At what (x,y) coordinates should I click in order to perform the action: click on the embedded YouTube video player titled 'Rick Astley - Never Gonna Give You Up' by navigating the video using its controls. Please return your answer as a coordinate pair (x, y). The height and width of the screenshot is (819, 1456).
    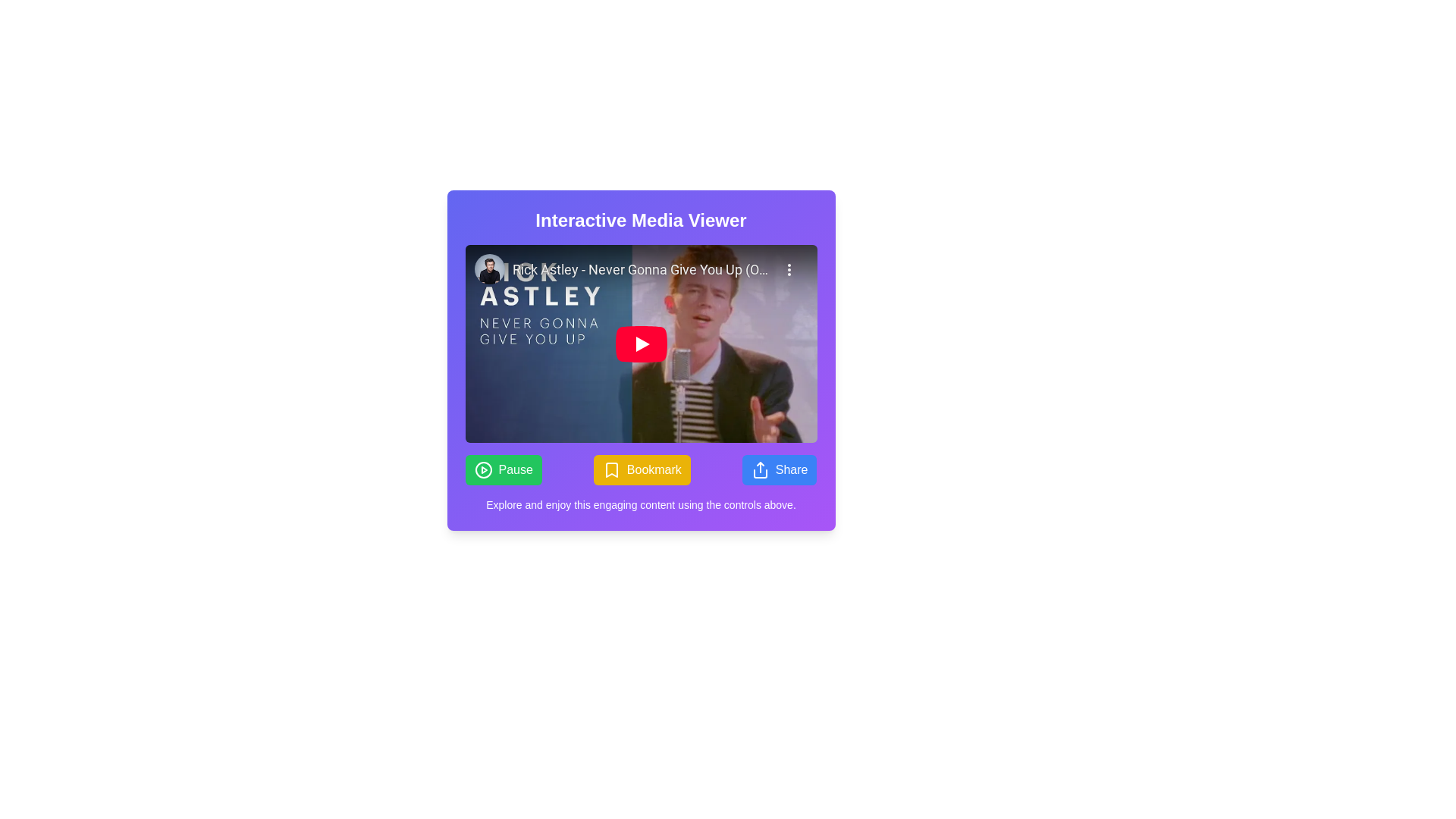
    Looking at the image, I should click on (641, 344).